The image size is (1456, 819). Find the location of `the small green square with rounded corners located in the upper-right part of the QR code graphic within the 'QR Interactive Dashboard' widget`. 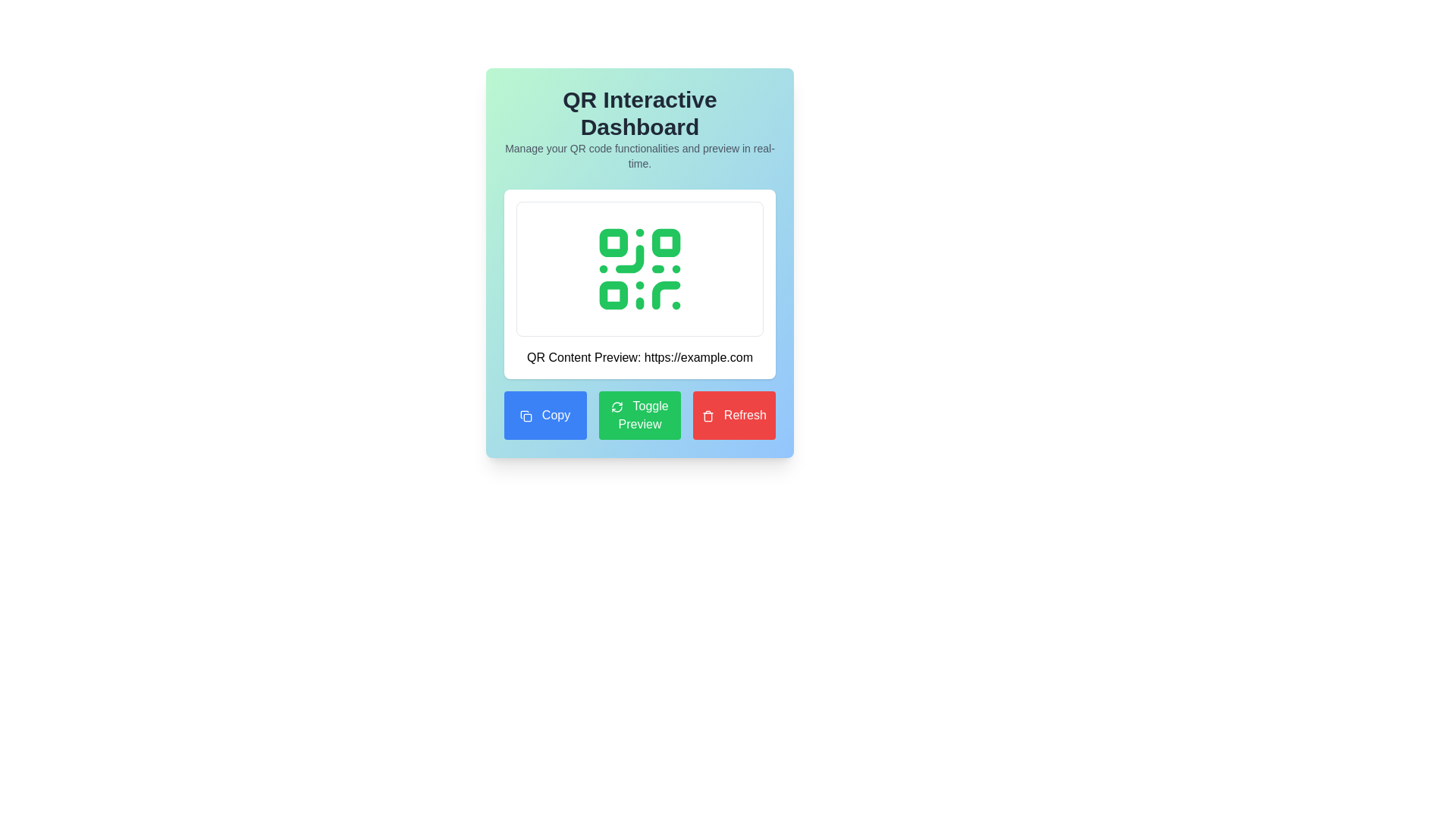

the small green square with rounded corners located in the upper-right part of the QR code graphic within the 'QR Interactive Dashboard' widget is located at coordinates (666, 242).